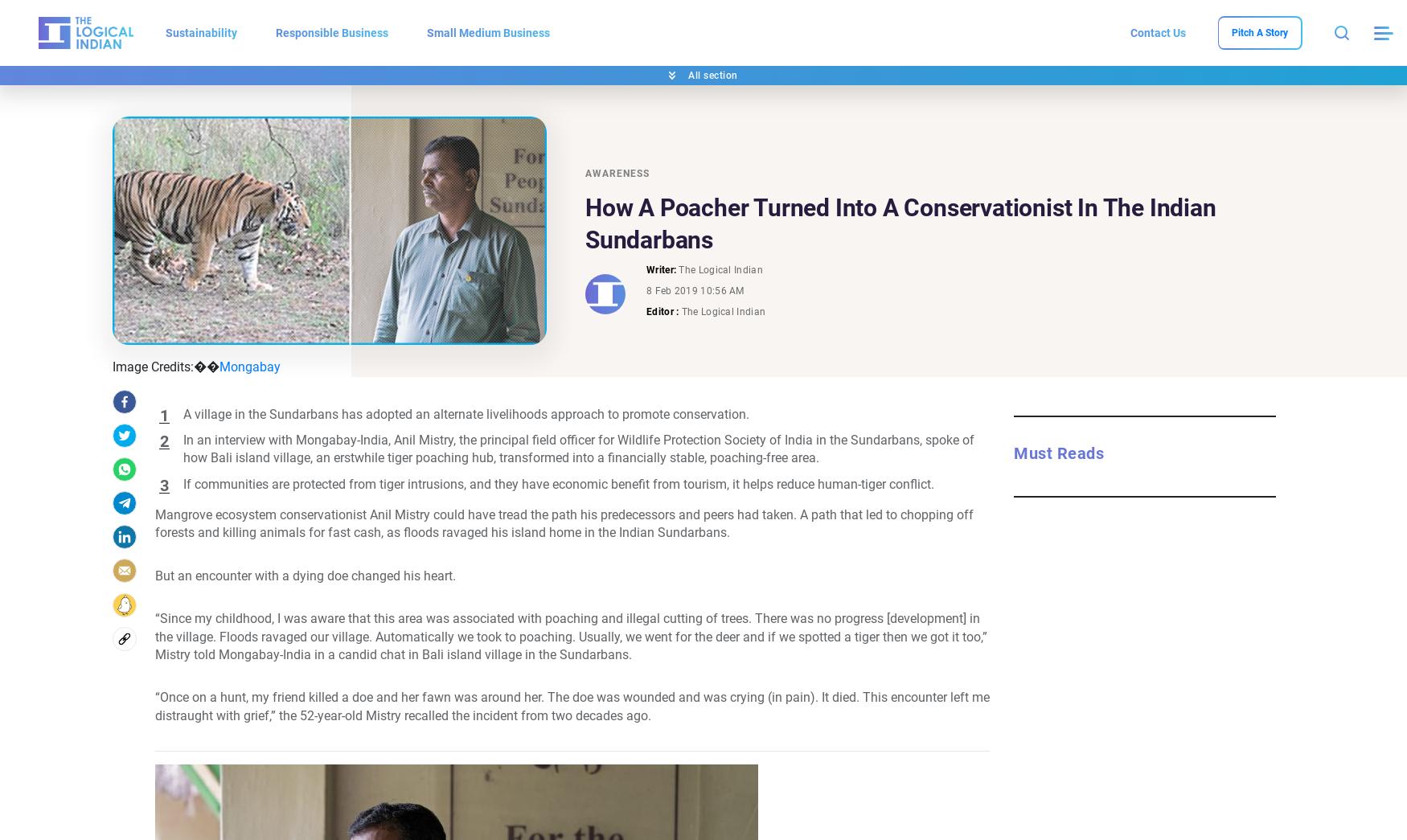  I want to click on '“Once on a hunt, my friend killed a doe and her fawn was around her. The doe was wounded and was crying (in pain). It died. This encounter left me distraught with grief,” the 52-year-old Mistry recalled the incident from two decades ago.', so click(572, 706).